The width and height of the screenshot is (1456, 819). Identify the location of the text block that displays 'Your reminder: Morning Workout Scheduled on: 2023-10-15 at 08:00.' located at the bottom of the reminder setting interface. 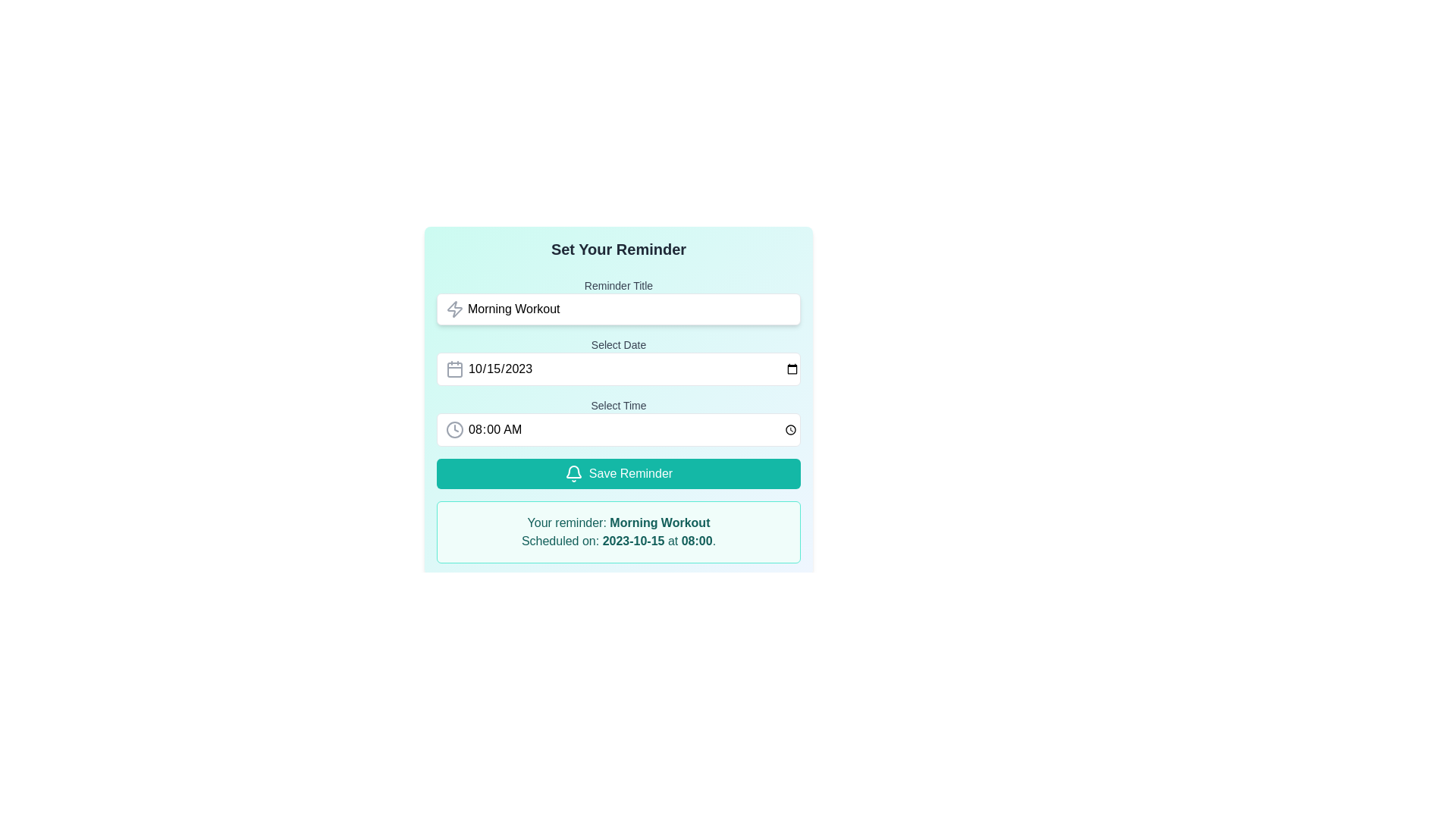
(619, 532).